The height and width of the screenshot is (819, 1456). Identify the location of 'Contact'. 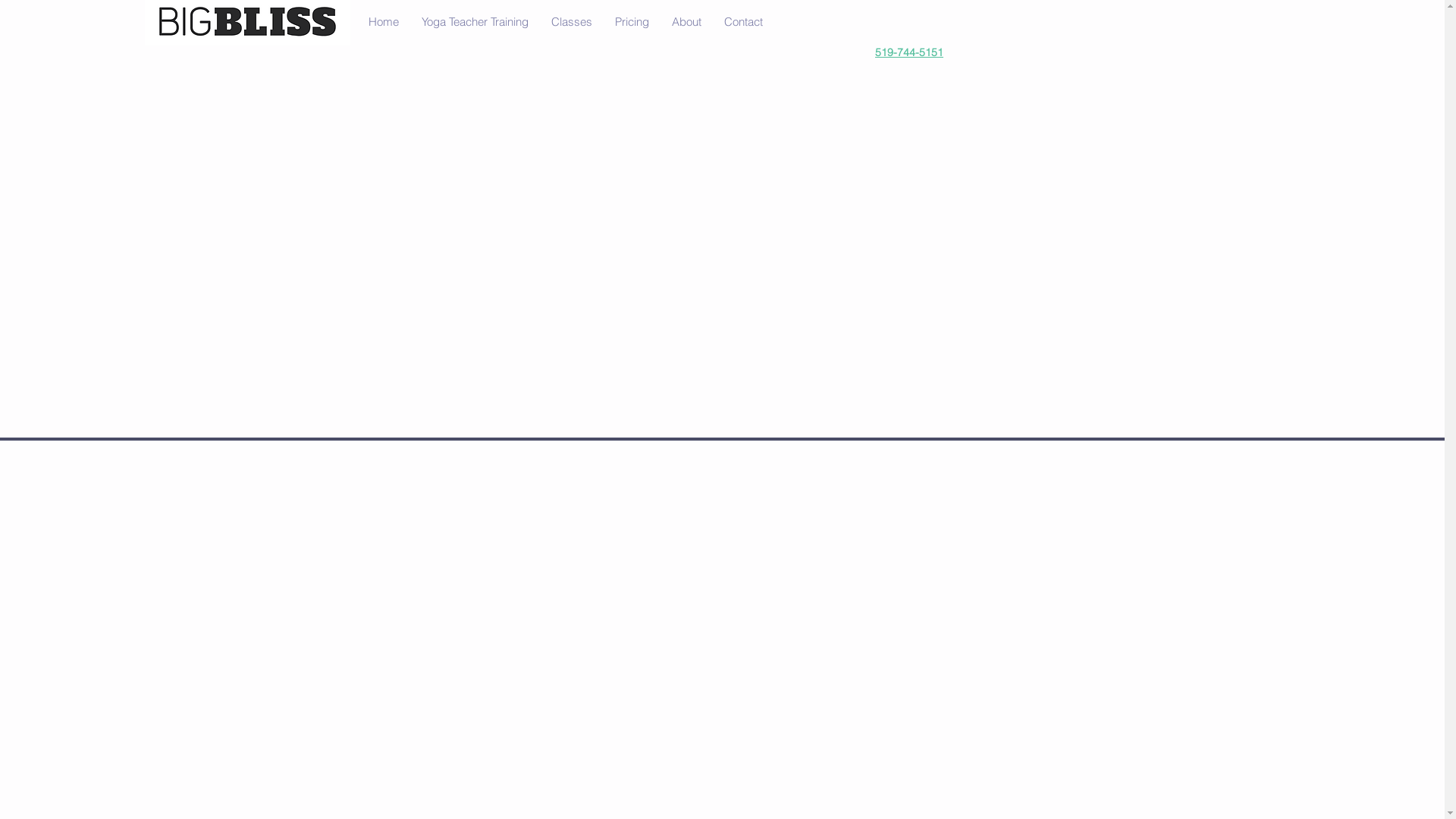
(743, 22).